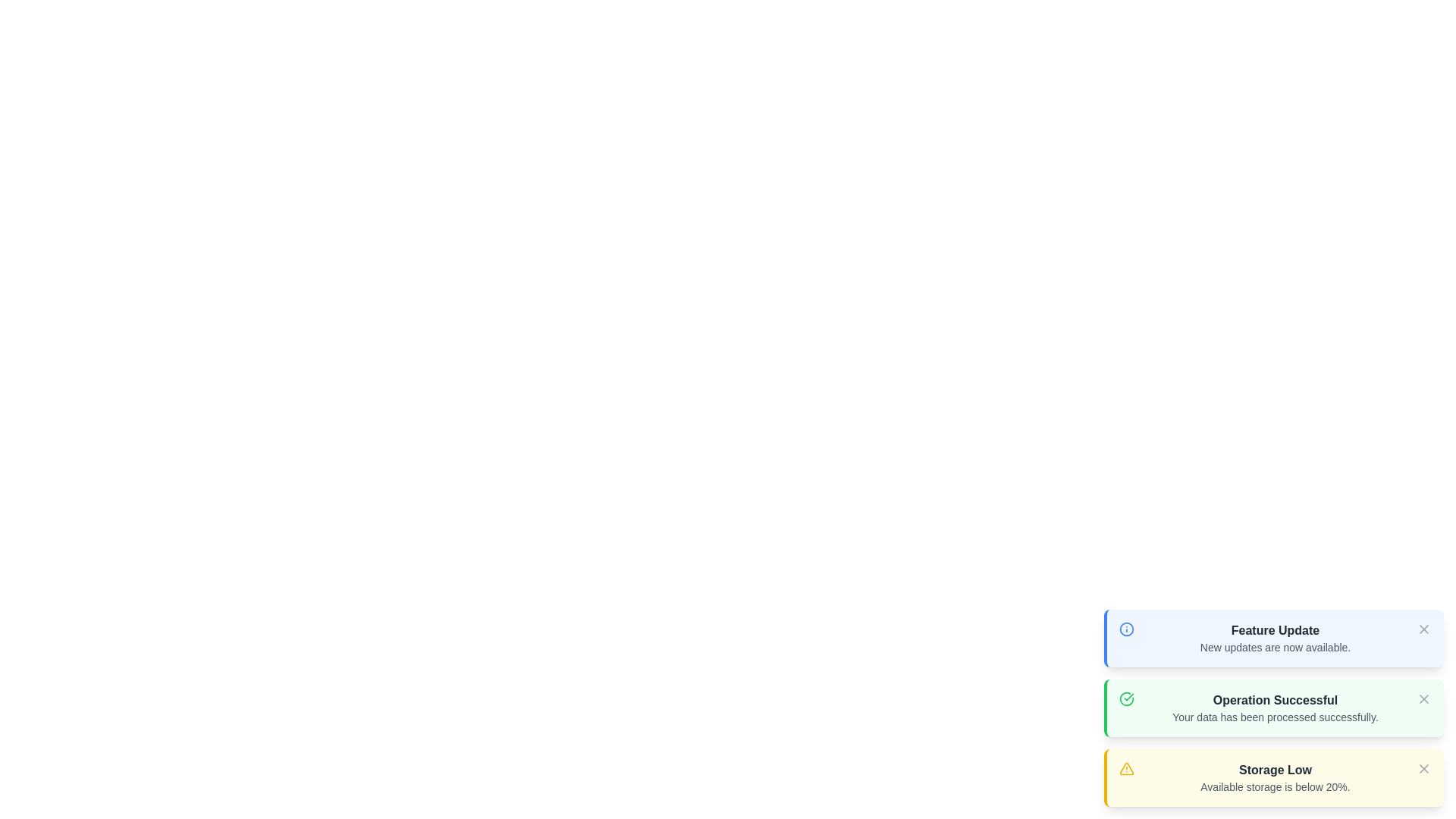 The height and width of the screenshot is (819, 1456). Describe the element at coordinates (1423, 698) in the screenshot. I see `close button of the notification titled 'Operation Successful'` at that location.